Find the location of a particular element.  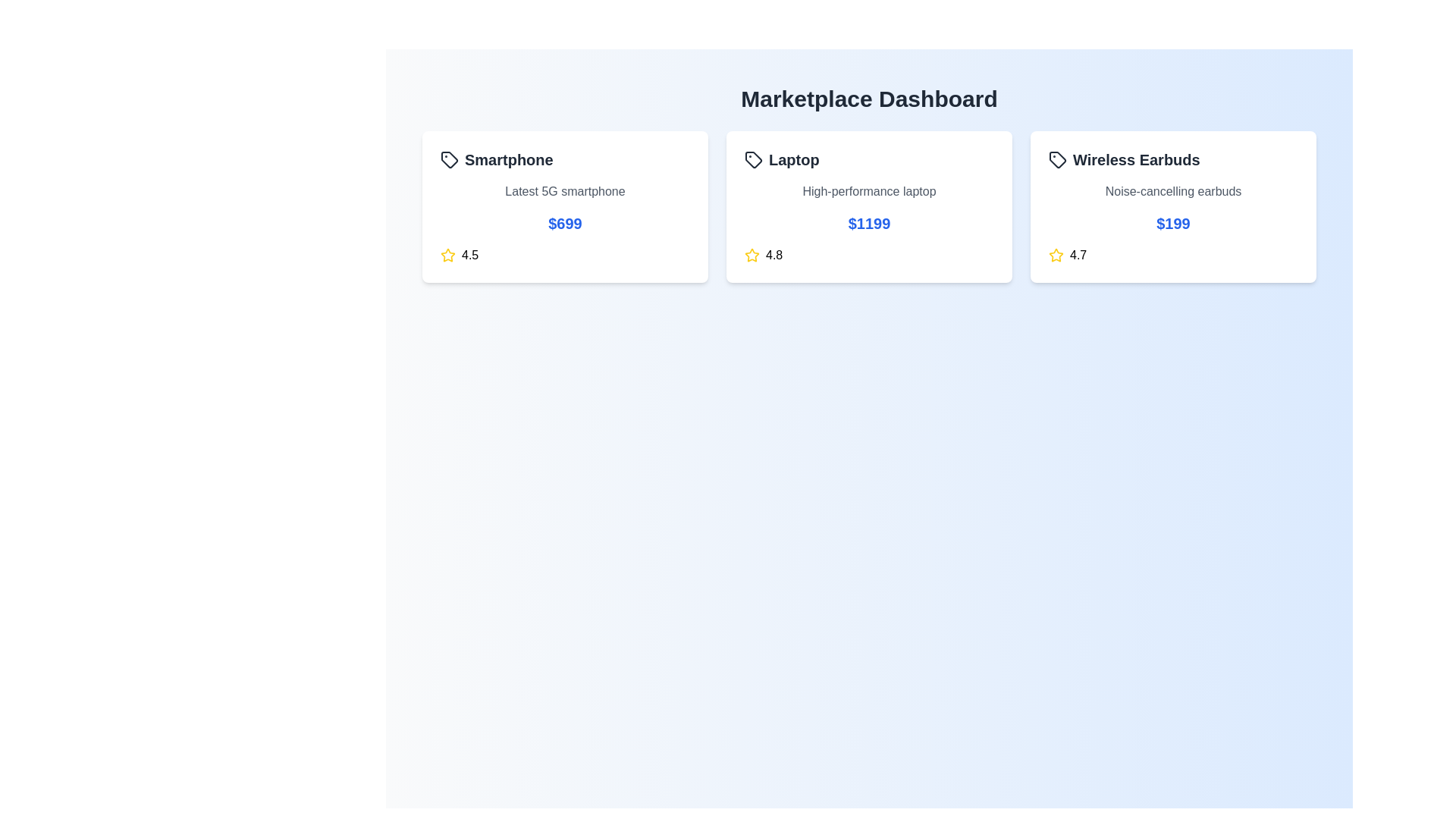

the star icon representing a 4.5-star rating located in the bottom-left section of the 'Smartphone' product card is located at coordinates (447, 254).